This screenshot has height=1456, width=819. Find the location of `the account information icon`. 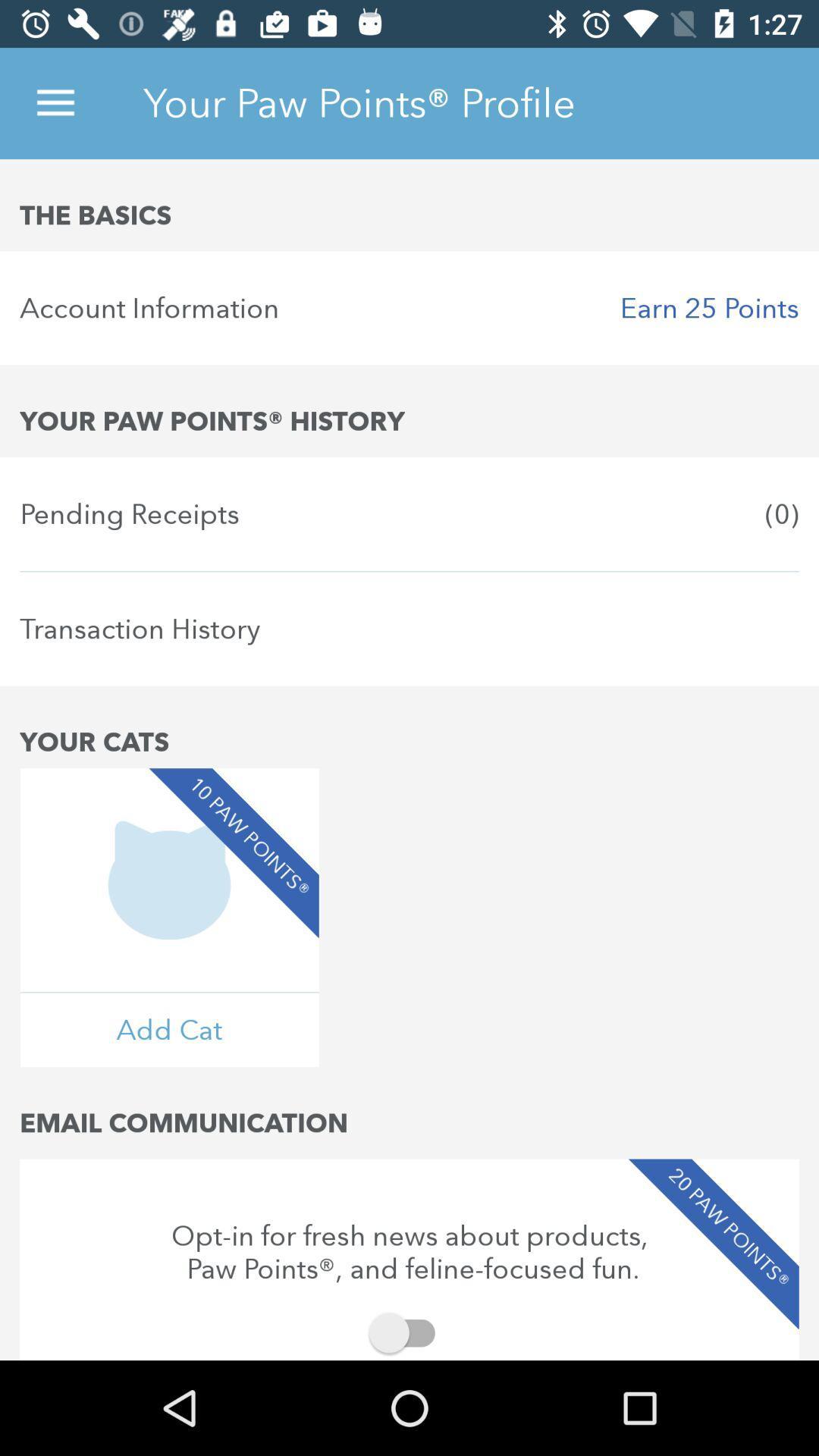

the account information icon is located at coordinates (409, 307).